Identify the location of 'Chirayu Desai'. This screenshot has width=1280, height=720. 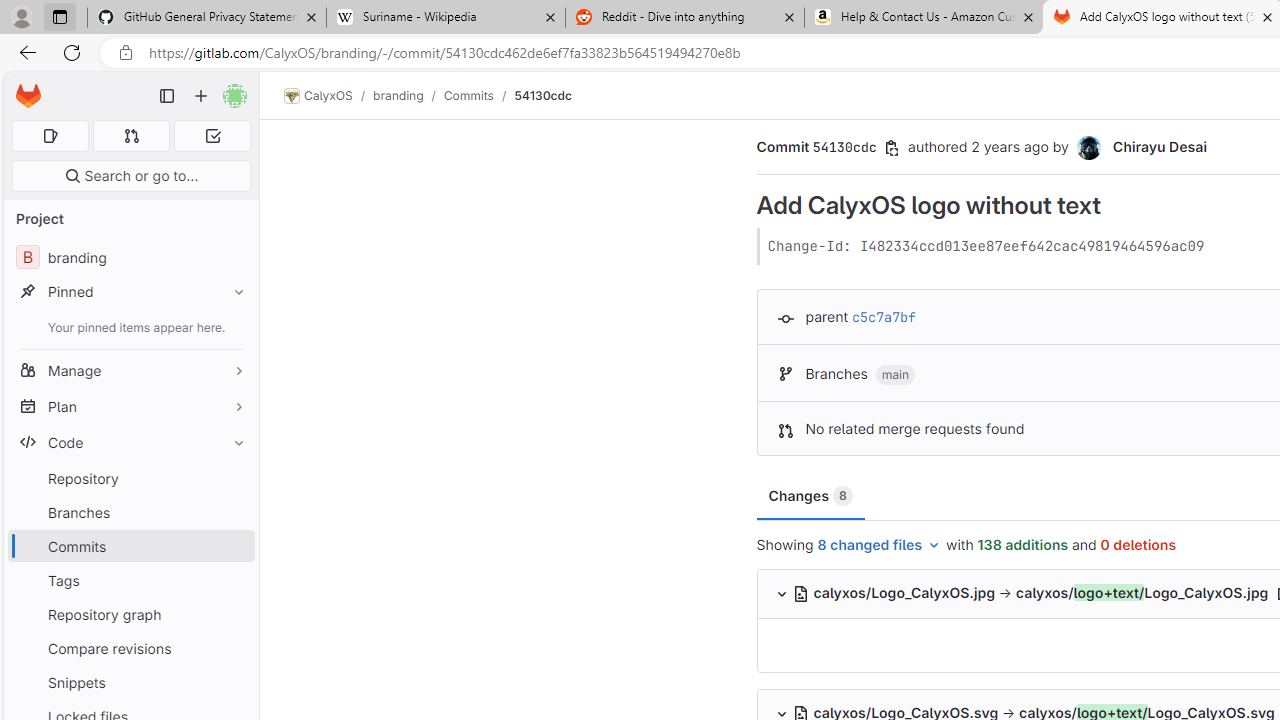
(1089, 147).